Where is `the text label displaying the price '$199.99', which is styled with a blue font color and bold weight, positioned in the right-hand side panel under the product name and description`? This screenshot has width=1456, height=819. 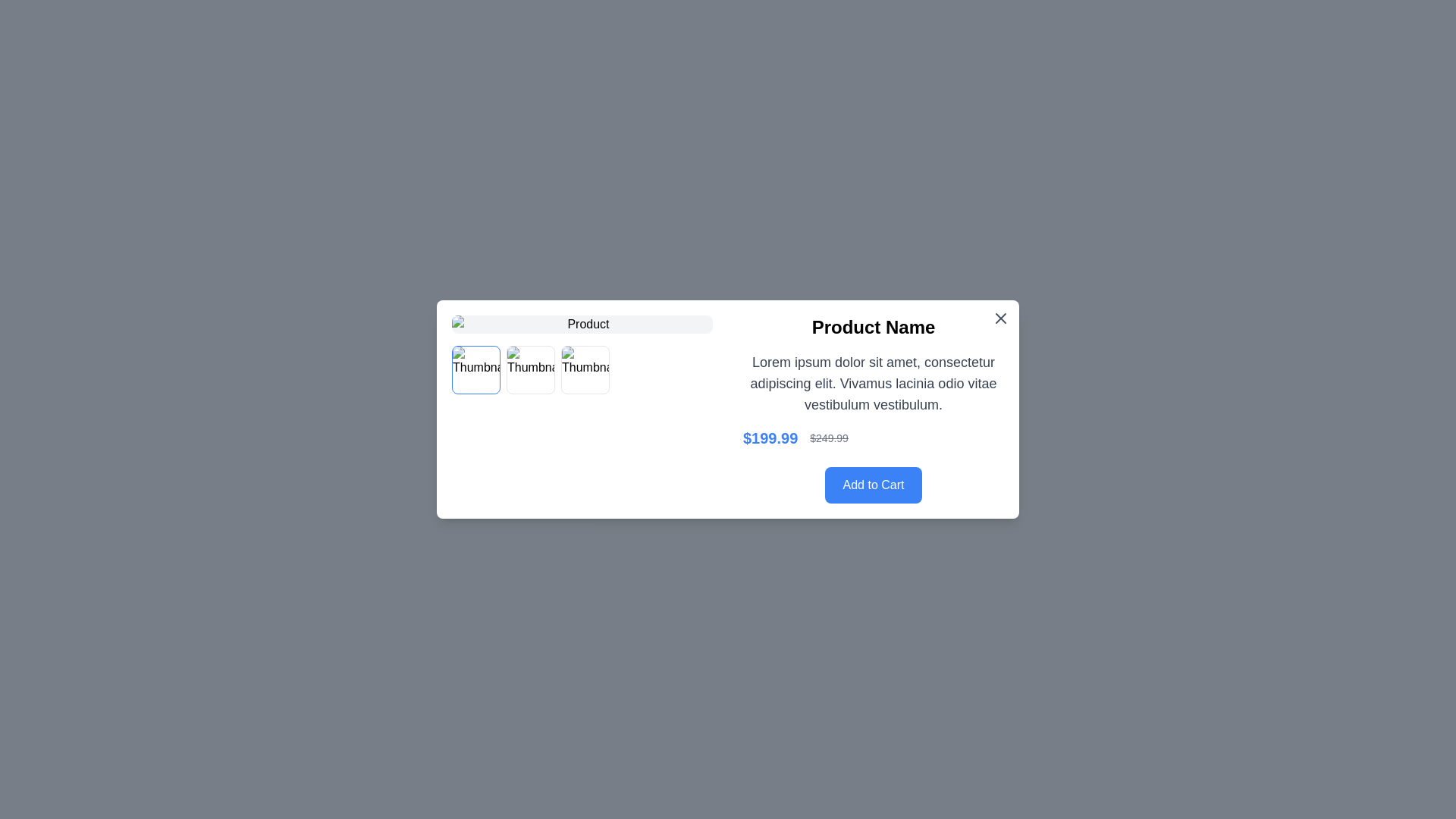
the text label displaying the price '$199.99', which is styled with a blue font color and bold weight, positioned in the right-hand side panel under the product name and description is located at coordinates (770, 438).